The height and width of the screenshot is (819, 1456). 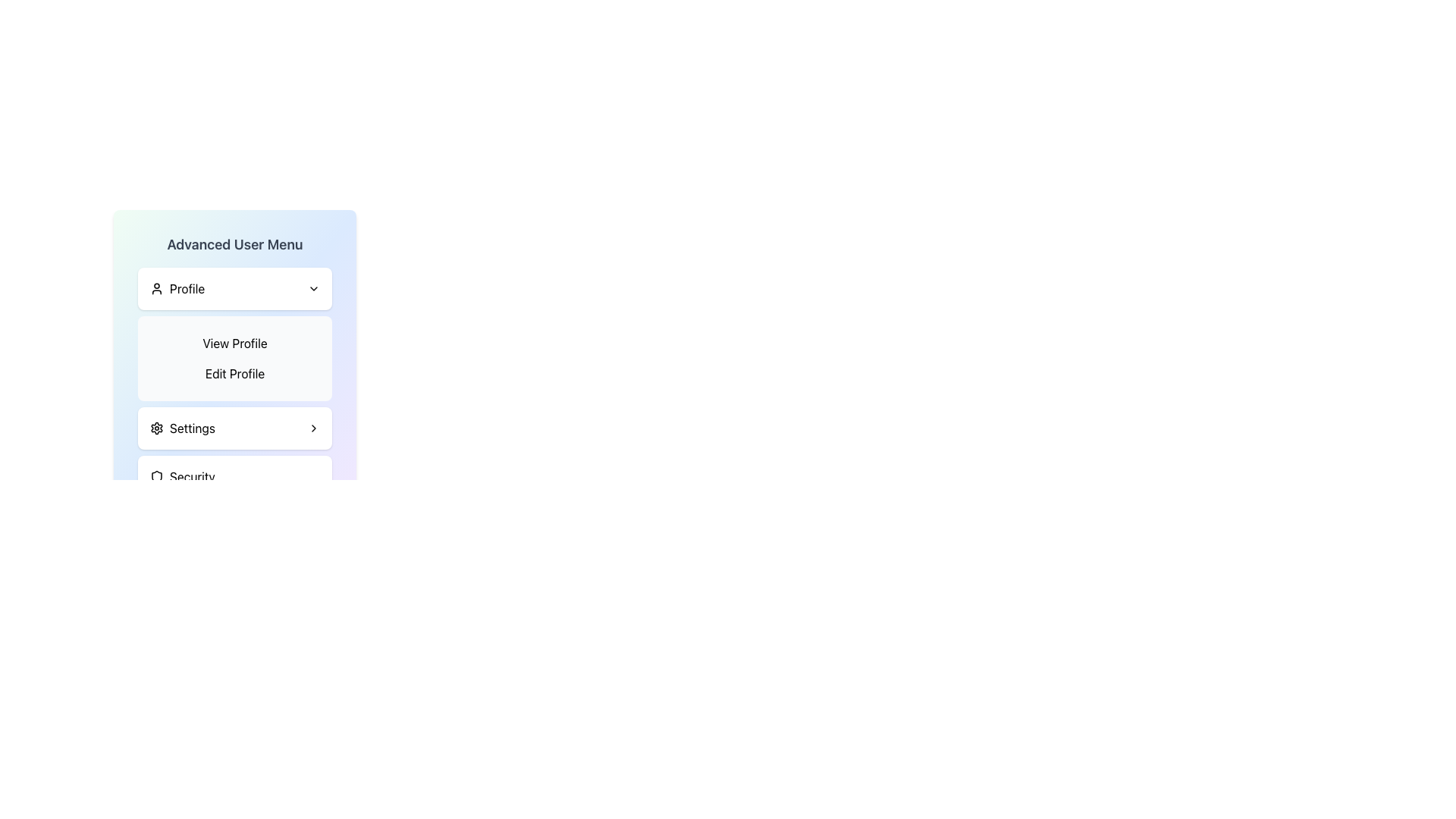 What do you see at coordinates (234, 428) in the screenshot?
I see `the 'Settings' button located in the third position of the vertical menu, beneath 'View Profile' and 'Edit Profile'` at bounding box center [234, 428].